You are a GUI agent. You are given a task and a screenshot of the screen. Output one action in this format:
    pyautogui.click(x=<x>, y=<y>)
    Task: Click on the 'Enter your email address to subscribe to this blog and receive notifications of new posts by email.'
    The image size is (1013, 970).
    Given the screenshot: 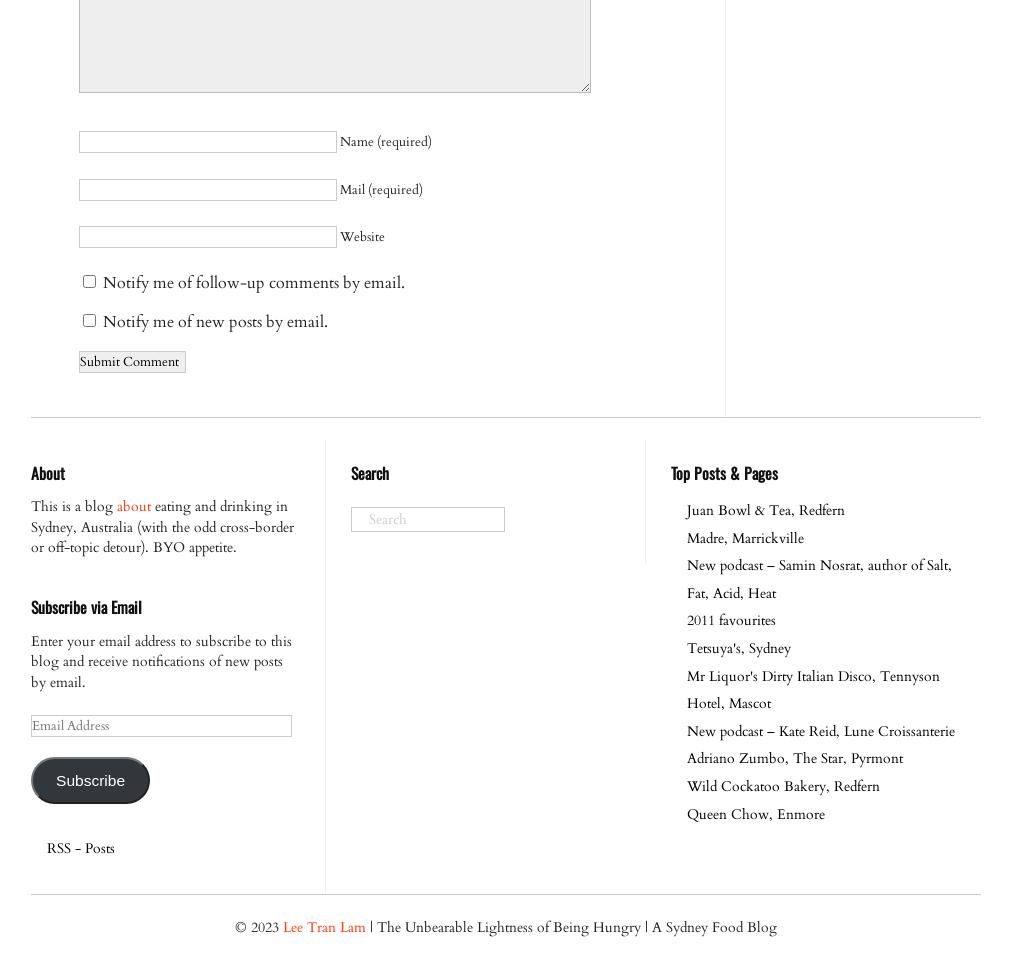 What is the action you would take?
    pyautogui.click(x=161, y=660)
    